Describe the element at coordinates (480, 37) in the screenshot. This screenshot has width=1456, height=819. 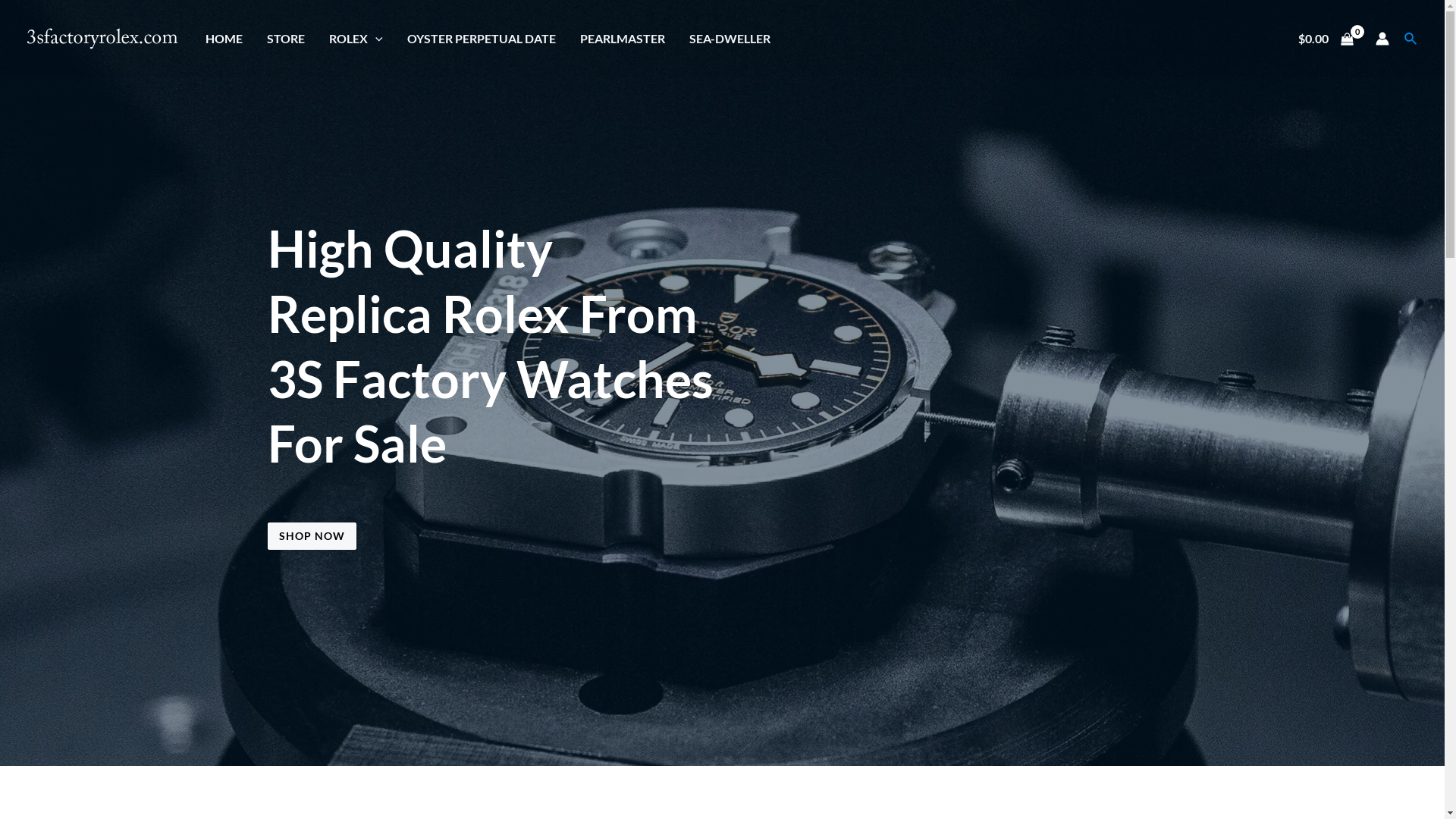
I see `'OYSTER PERPETUAL DATE'` at that location.